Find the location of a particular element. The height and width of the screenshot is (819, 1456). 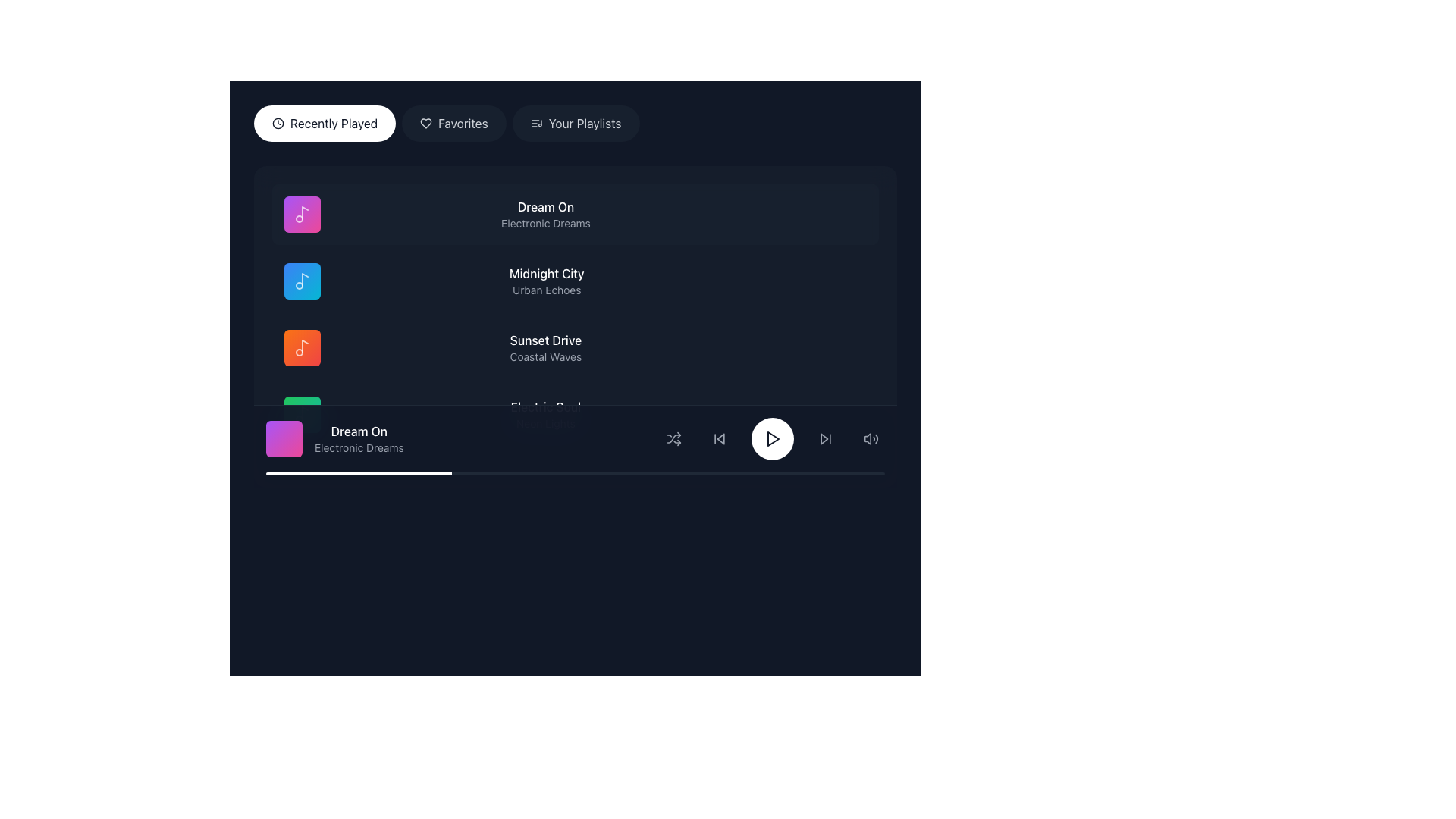

the shuffle mode toggle button located in the bottom control bar, to the left of the central play button is located at coordinates (673, 438).